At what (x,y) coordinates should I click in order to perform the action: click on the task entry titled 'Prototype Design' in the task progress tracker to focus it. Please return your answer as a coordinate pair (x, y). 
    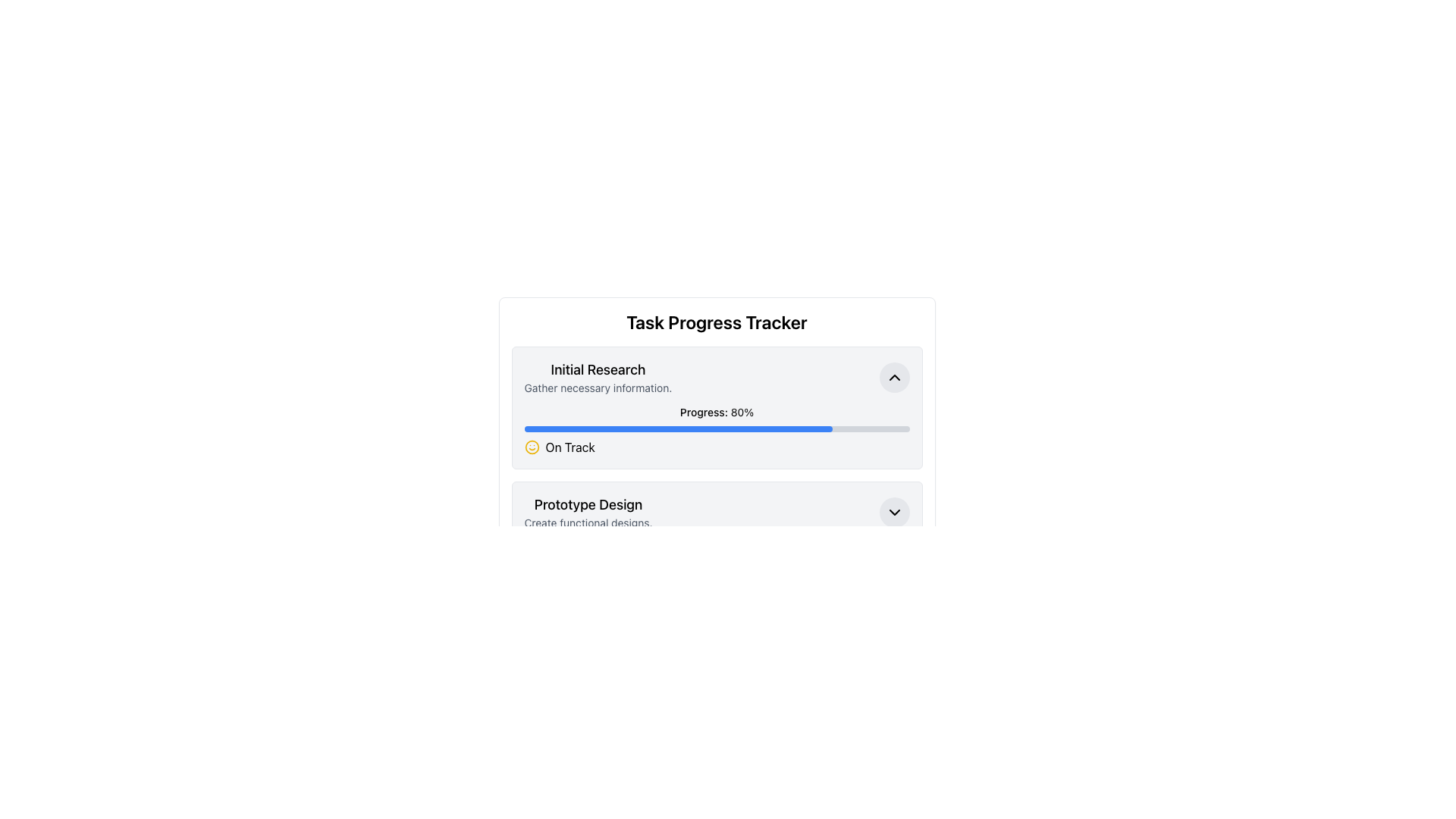
    Looking at the image, I should click on (716, 512).